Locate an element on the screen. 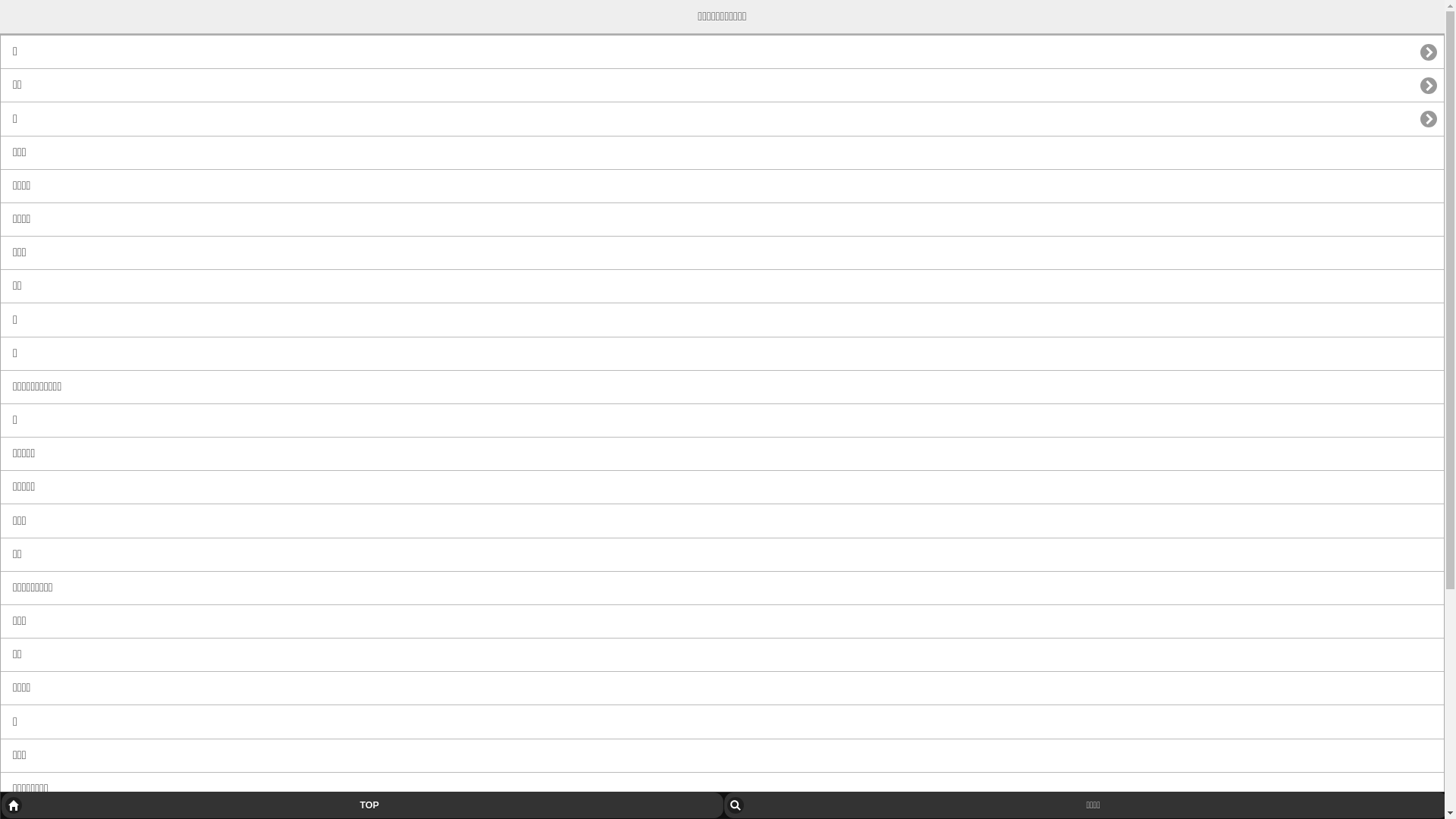 The height and width of the screenshot is (819, 1456). 'TOP' is located at coordinates (361, 804).